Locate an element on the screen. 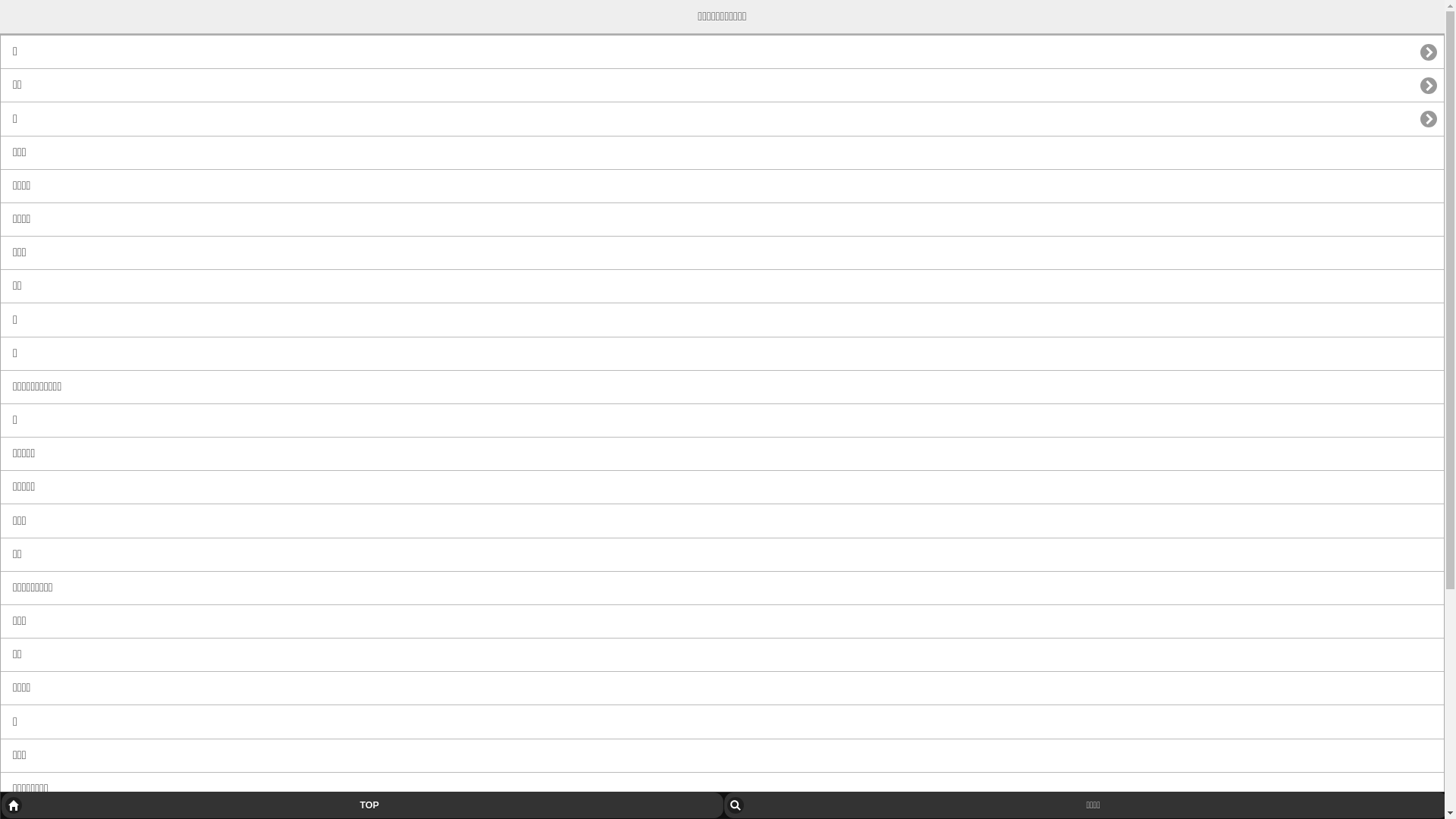 The height and width of the screenshot is (819, 1456). 'TOP' is located at coordinates (361, 804).